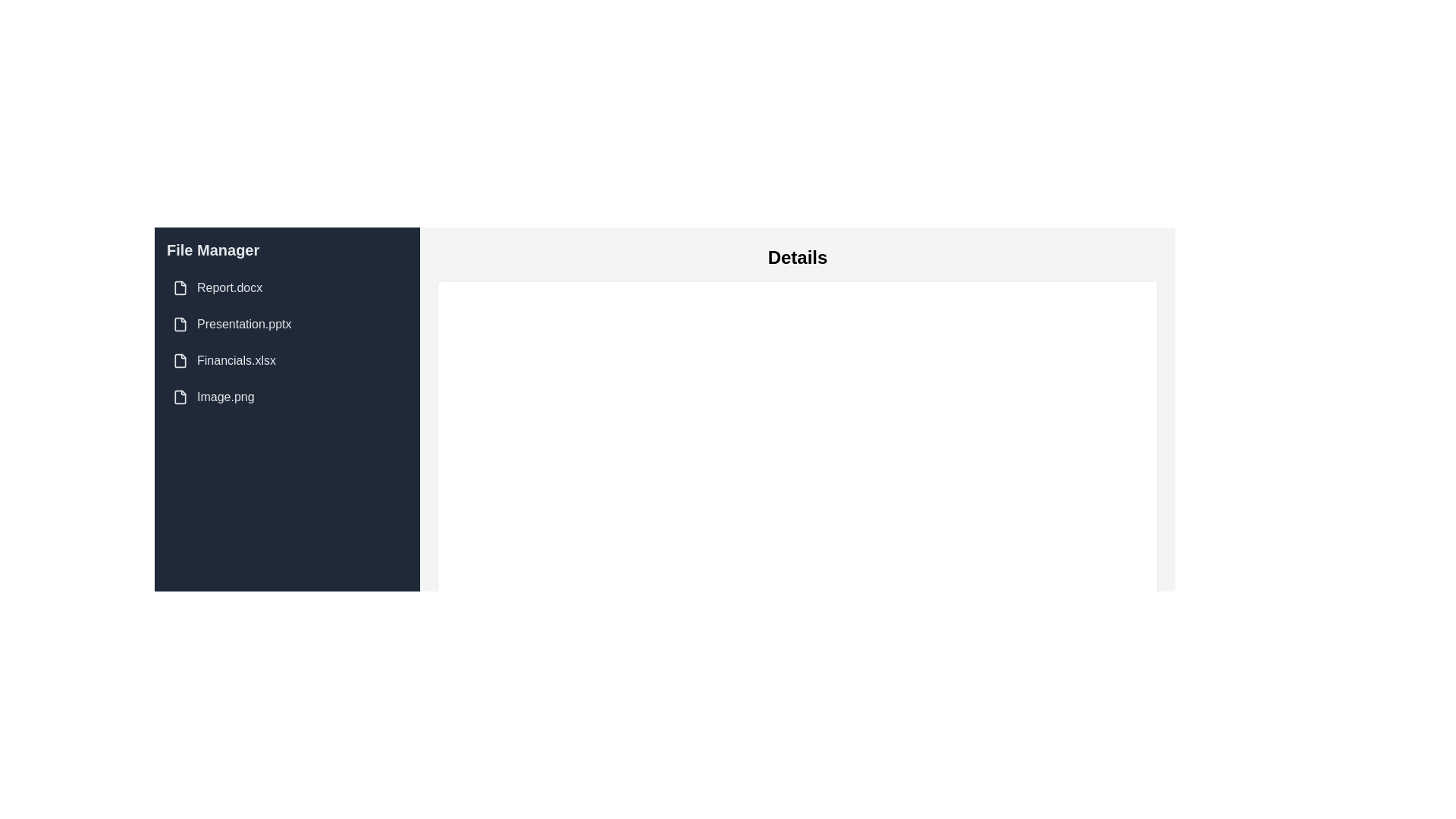 The width and height of the screenshot is (1456, 819). What do you see at coordinates (180, 324) in the screenshot?
I see `the file icon representing 'Presentation.pptx' in the File Manager section, which is styled with a dark outline and minimal detailing` at bounding box center [180, 324].